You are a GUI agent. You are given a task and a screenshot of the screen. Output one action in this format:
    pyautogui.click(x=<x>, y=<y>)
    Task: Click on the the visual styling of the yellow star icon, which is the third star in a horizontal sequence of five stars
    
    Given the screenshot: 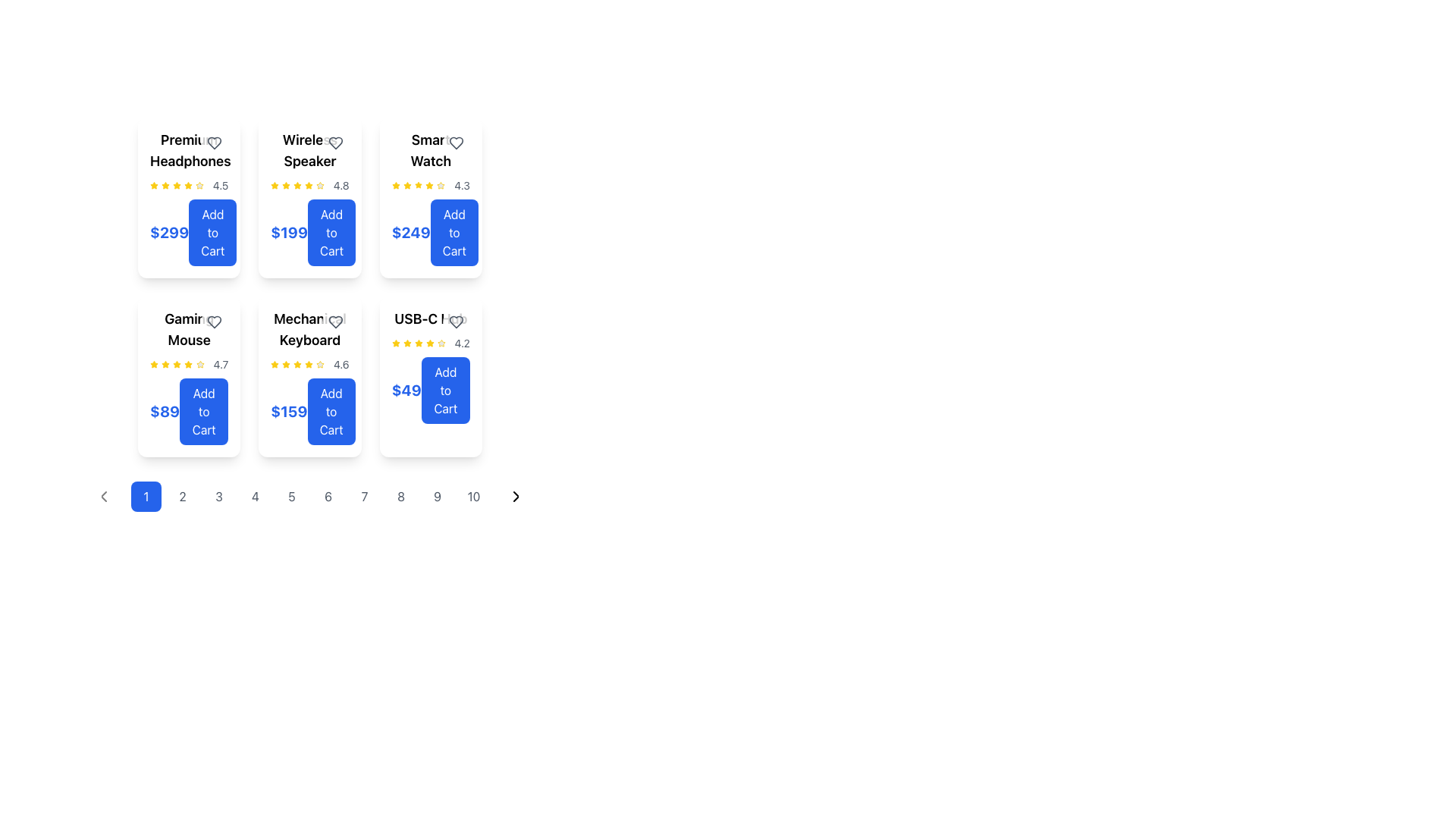 What is the action you would take?
    pyautogui.click(x=165, y=185)
    